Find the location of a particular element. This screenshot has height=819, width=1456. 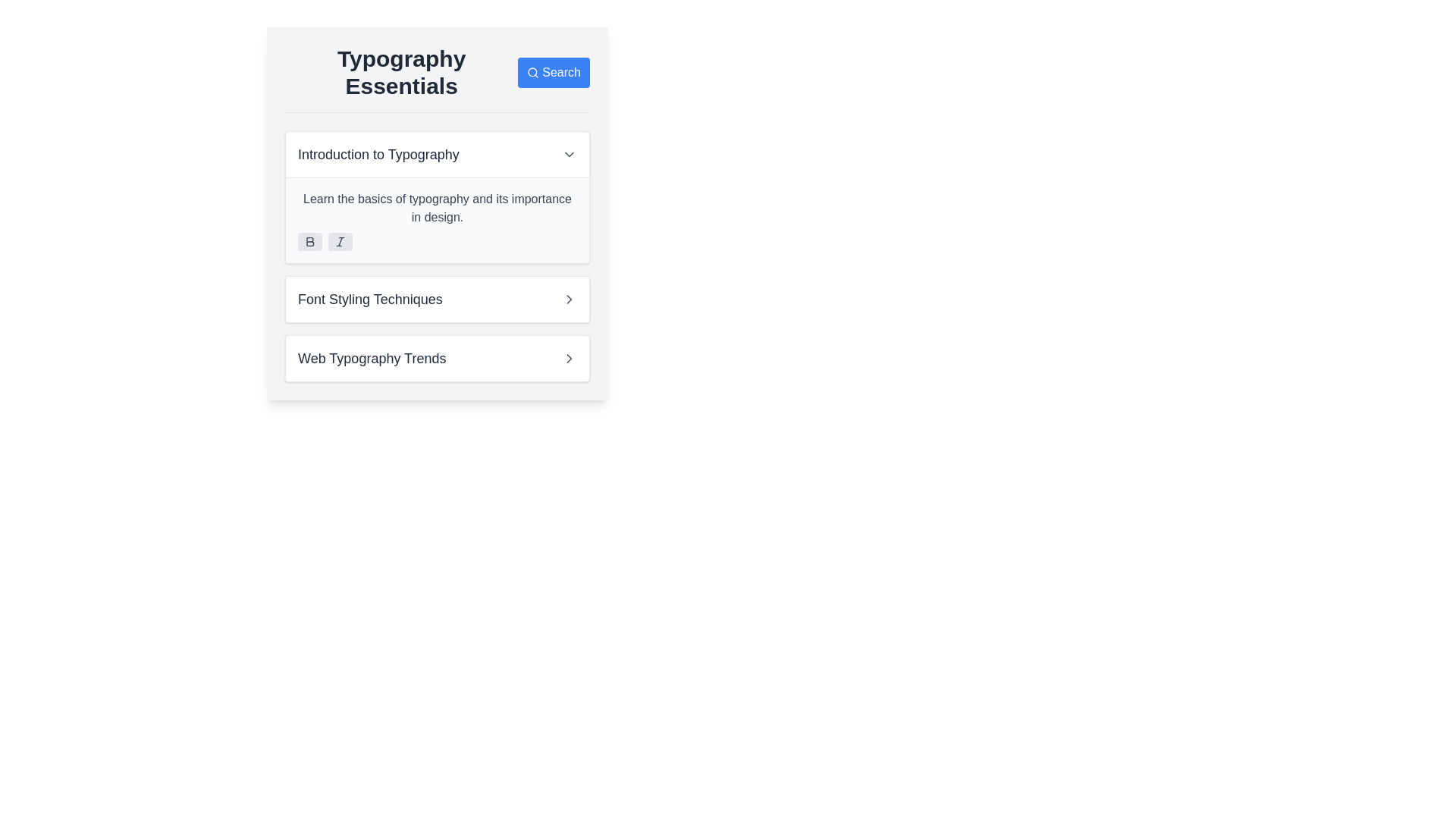

the rightward-pointing chevron icon within the 'Web Typography Trends' section is located at coordinates (568, 359).